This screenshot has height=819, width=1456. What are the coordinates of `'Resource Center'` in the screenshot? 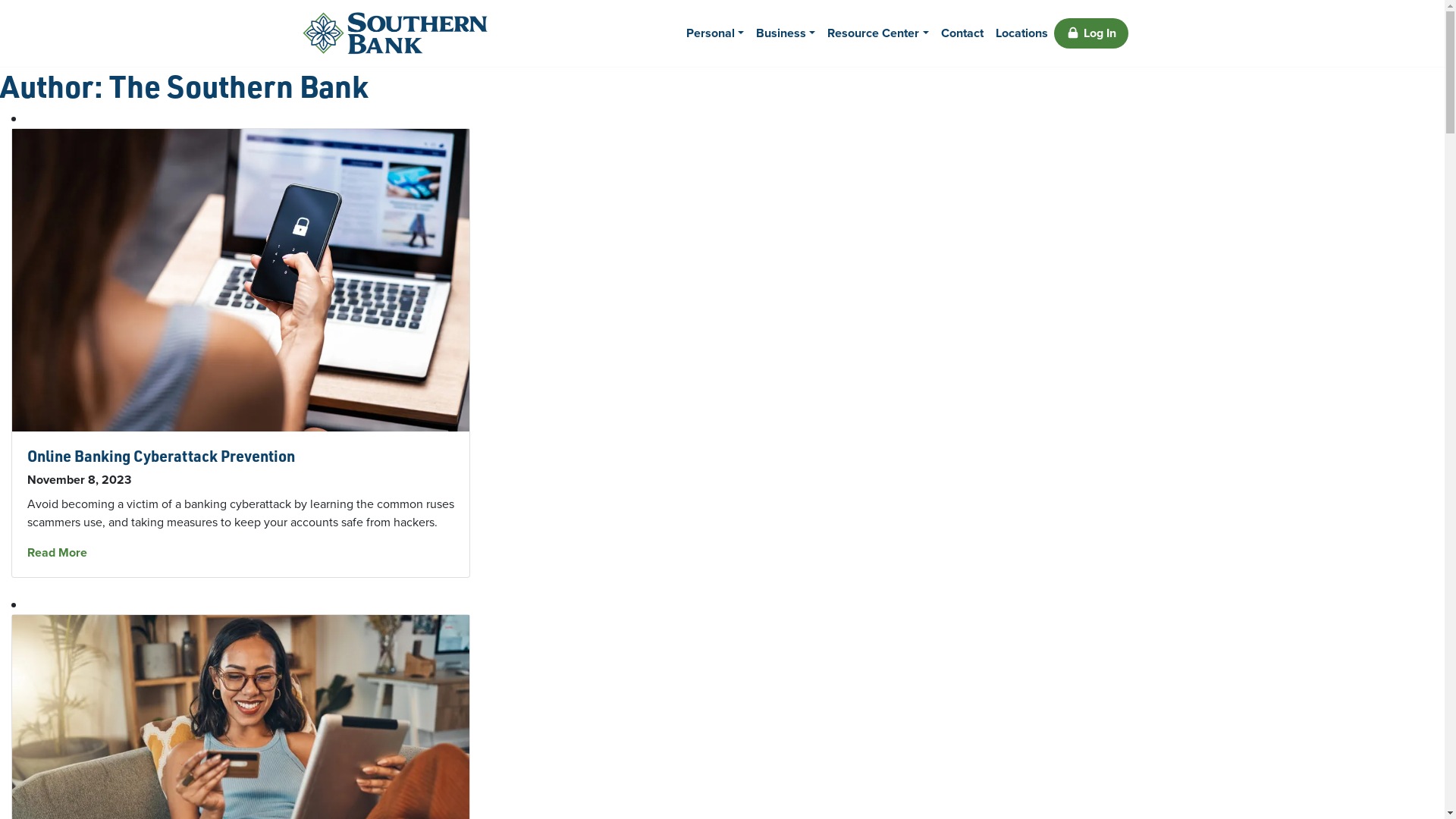 It's located at (877, 33).